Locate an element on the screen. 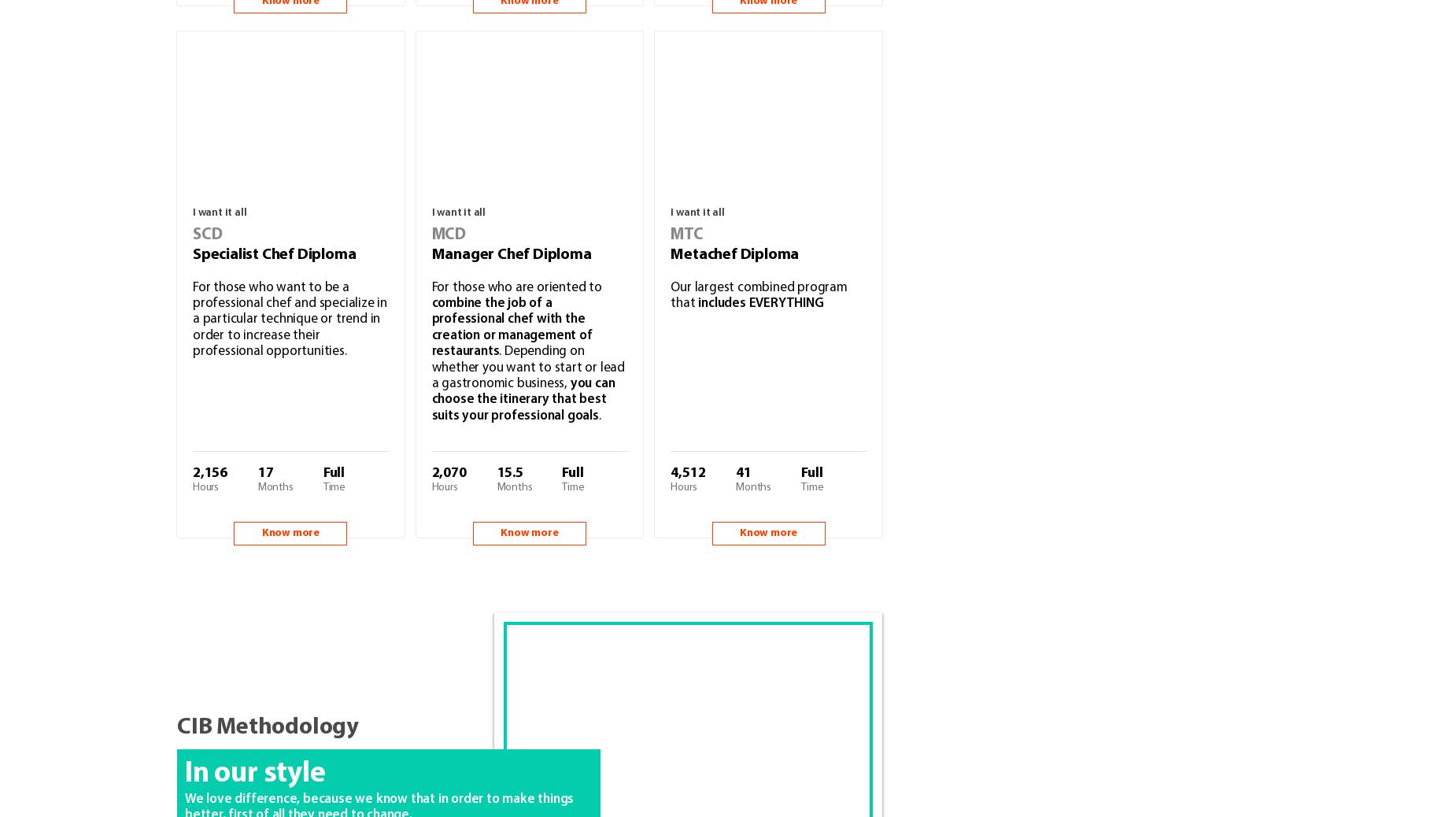 The height and width of the screenshot is (817, 1456). 'Metachef Diploma' is located at coordinates (734, 254).